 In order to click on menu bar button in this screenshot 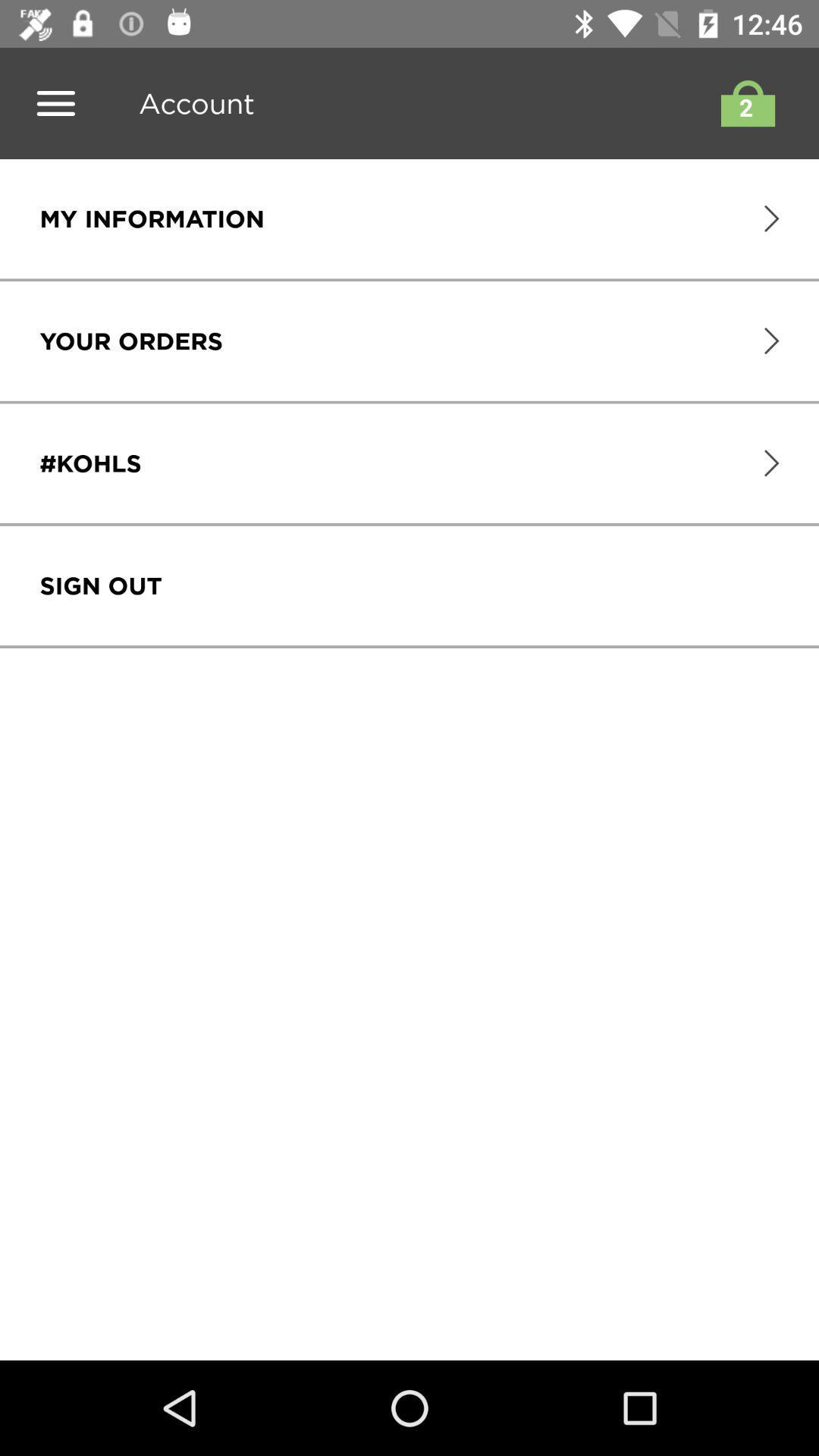, I will do `click(55, 102)`.